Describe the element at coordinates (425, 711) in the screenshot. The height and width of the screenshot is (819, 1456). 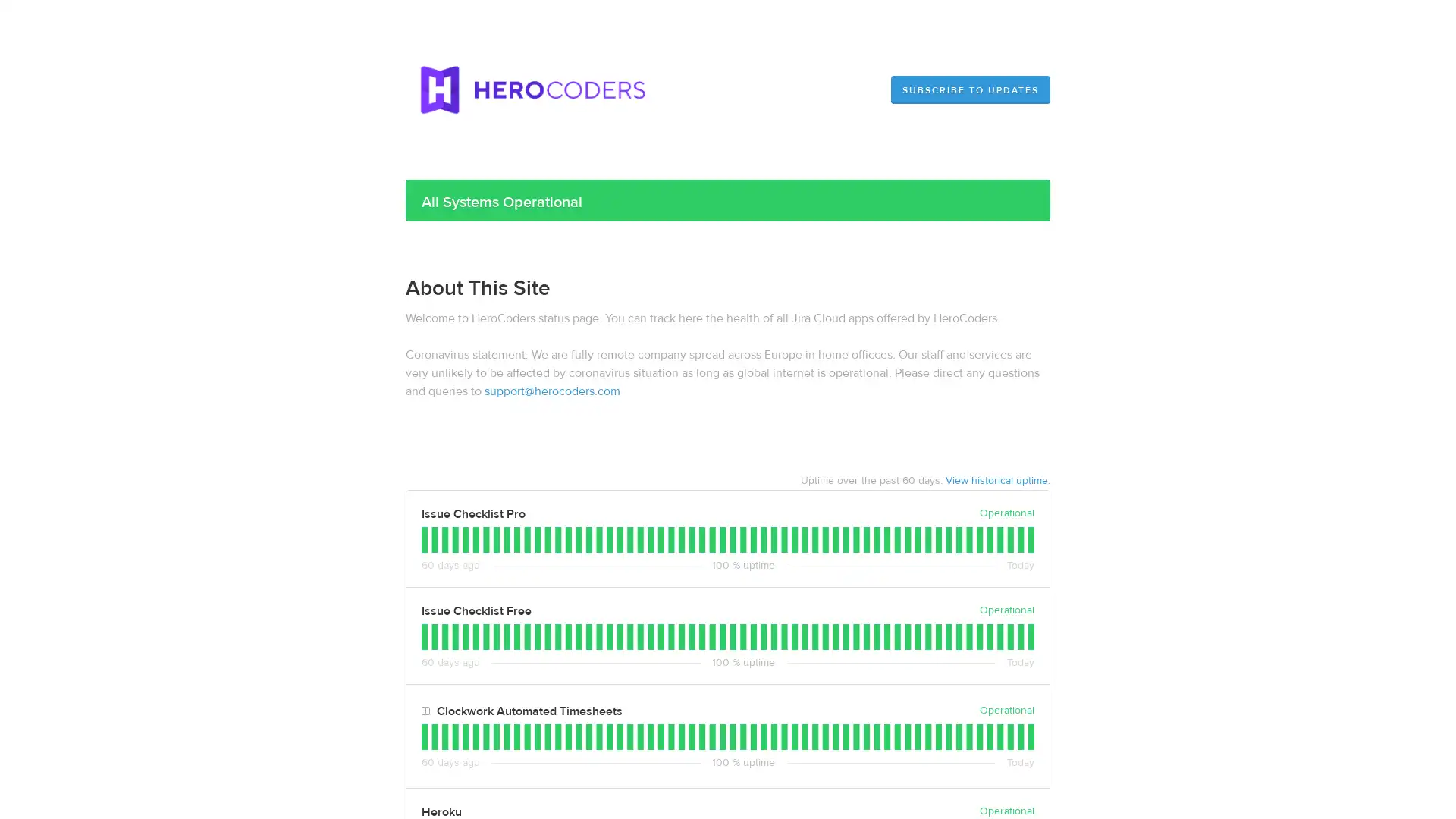
I see `Toggle Clockwork Automated Timesheets` at that location.